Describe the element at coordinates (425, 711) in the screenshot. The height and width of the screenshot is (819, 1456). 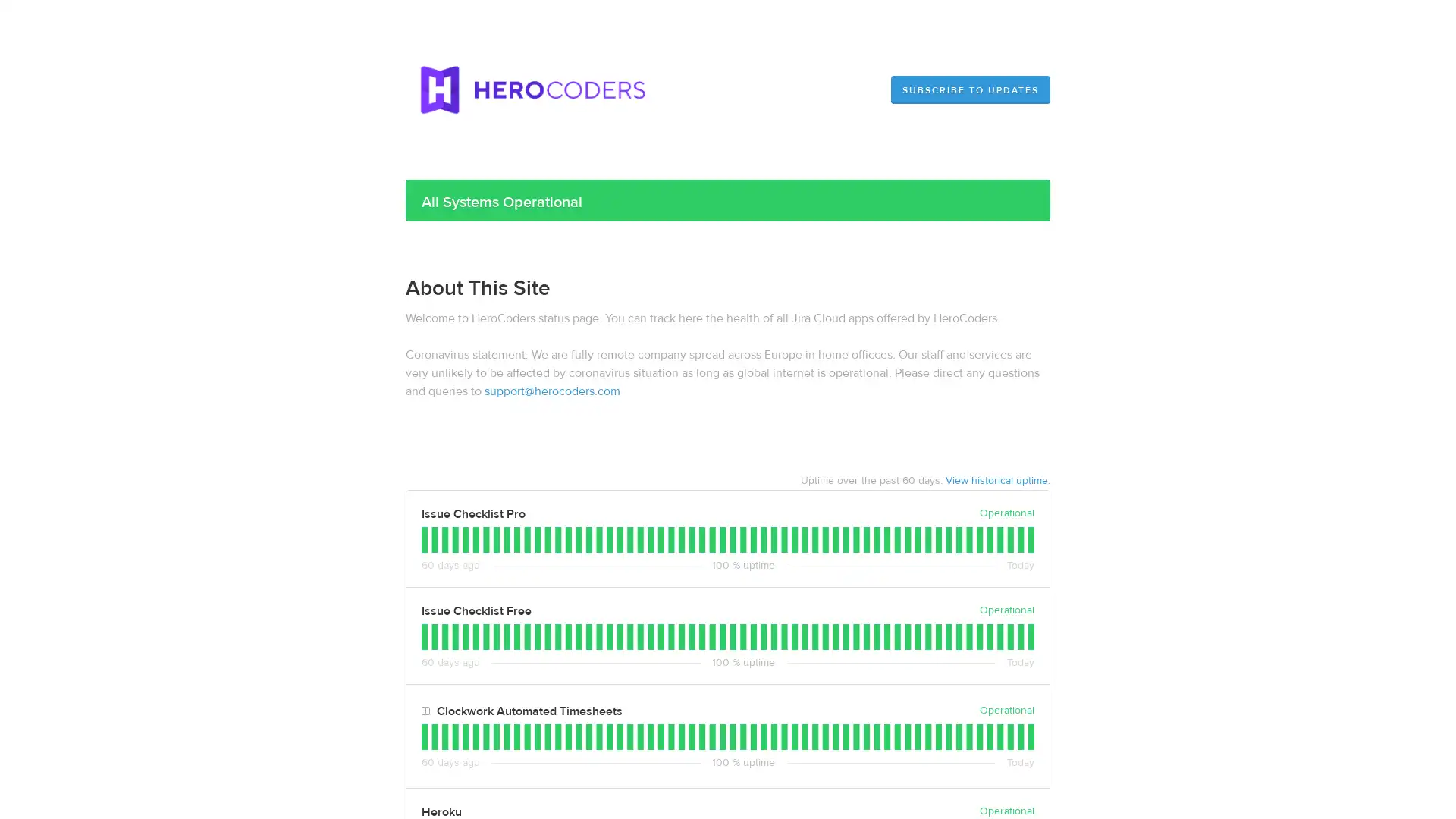
I see `Toggle Clockwork Automated Timesheets` at that location.